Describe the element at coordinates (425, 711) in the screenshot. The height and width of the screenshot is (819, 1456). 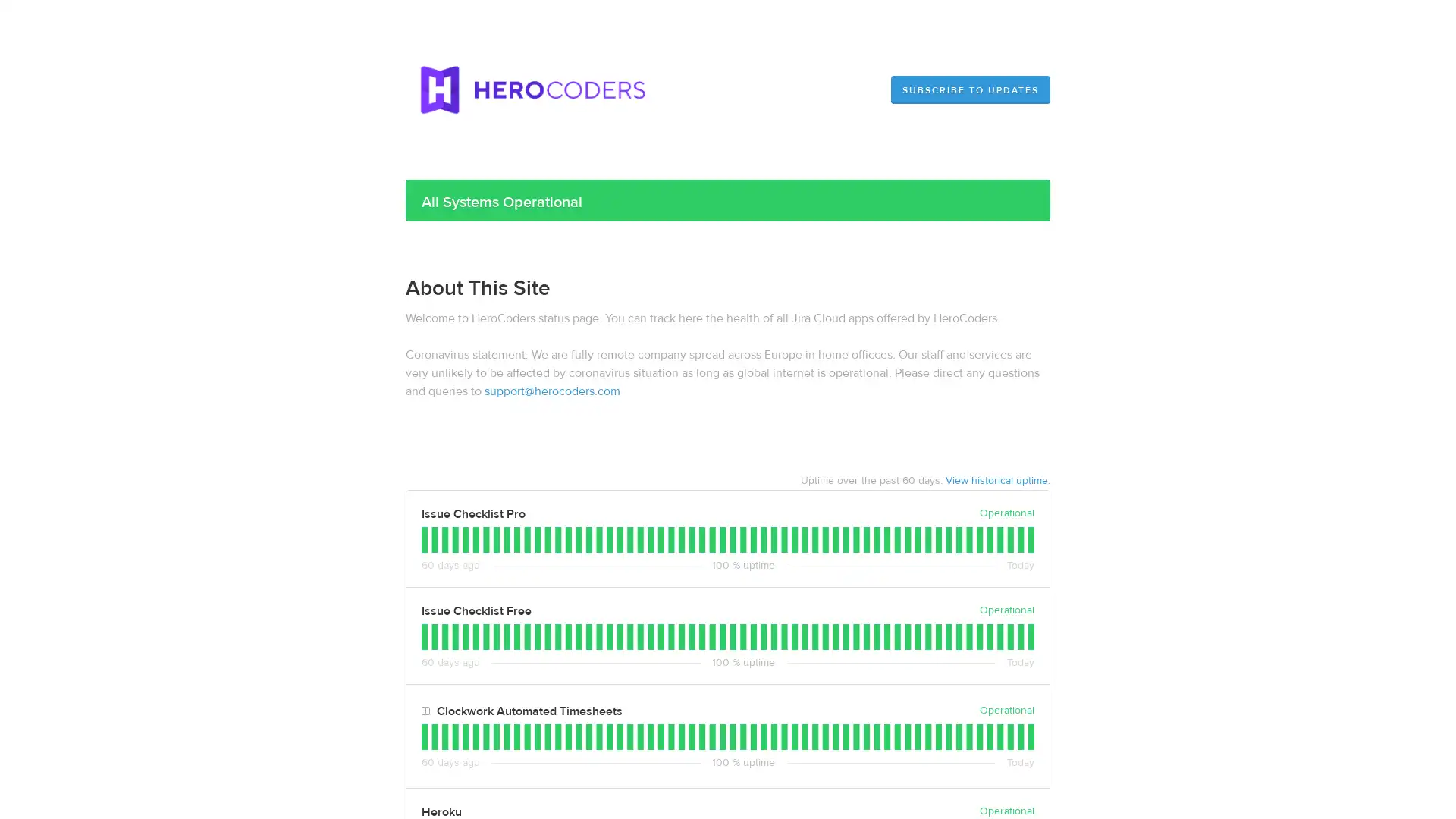
I see `Toggle Clockwork Automated Timesheets` at that location.